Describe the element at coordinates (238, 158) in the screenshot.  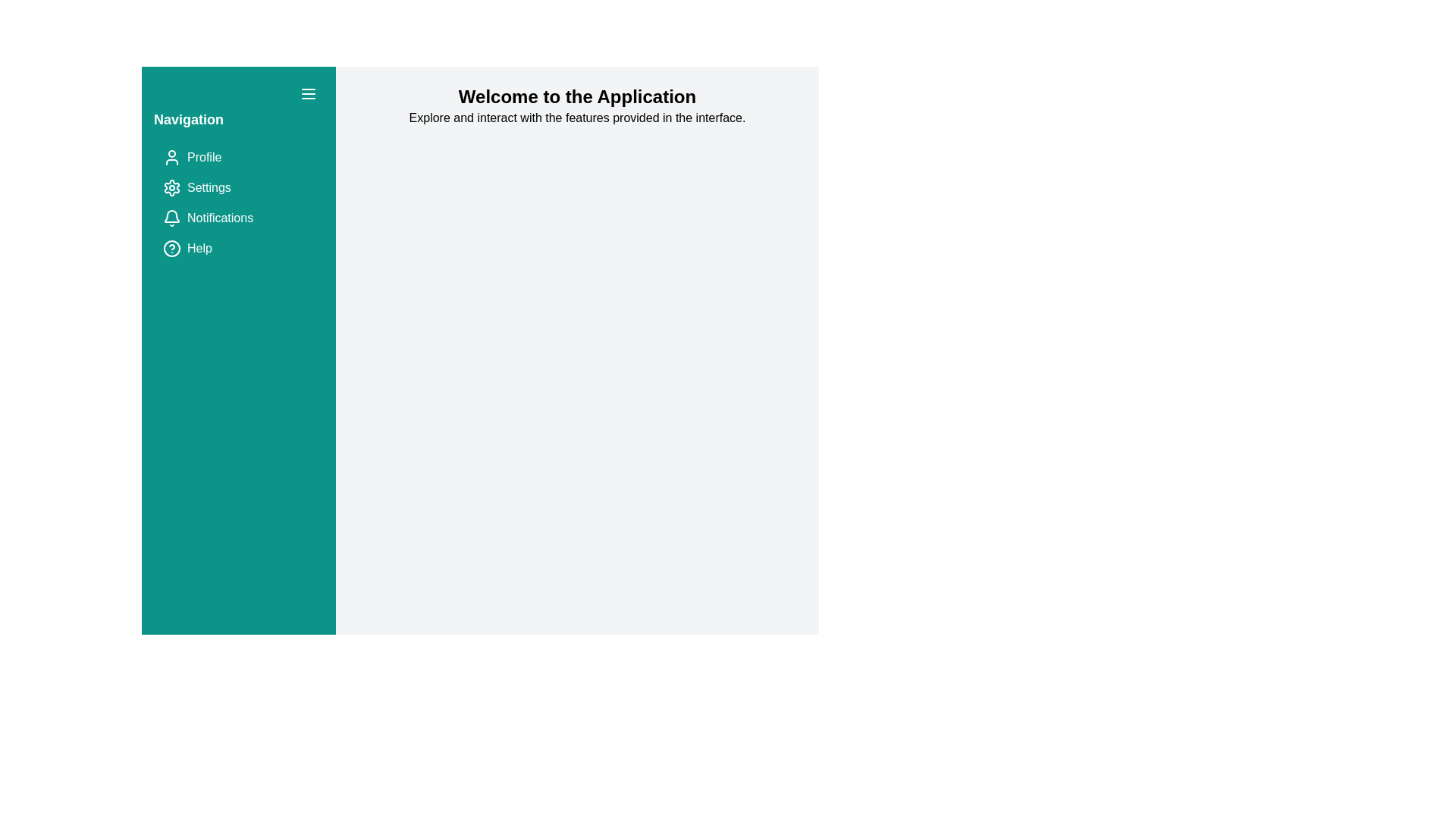
I see `the navigation item Profile to navigate to the respective section` at that location.